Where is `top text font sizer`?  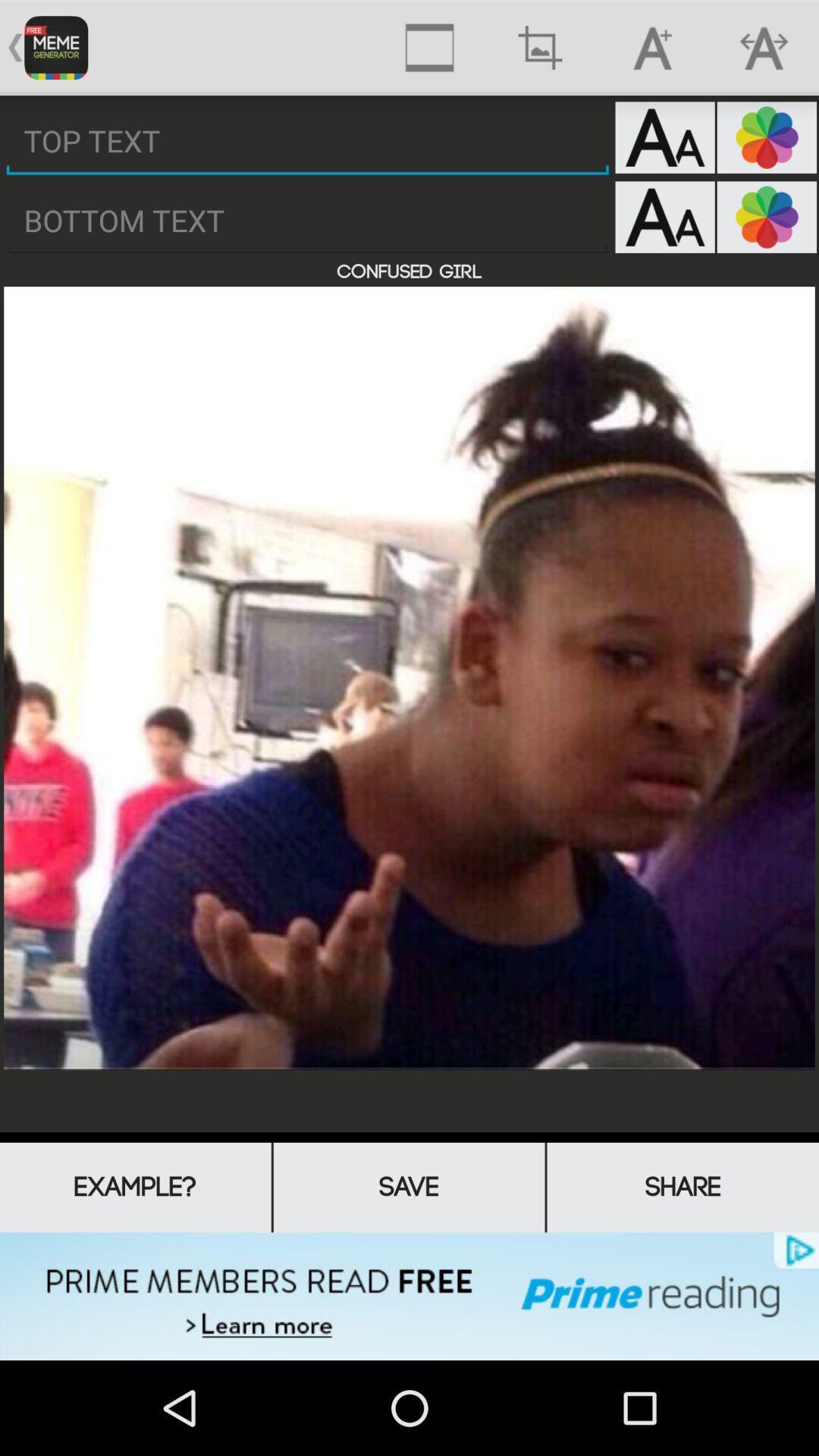 top text font sizer is located at coordinates (664, 137).